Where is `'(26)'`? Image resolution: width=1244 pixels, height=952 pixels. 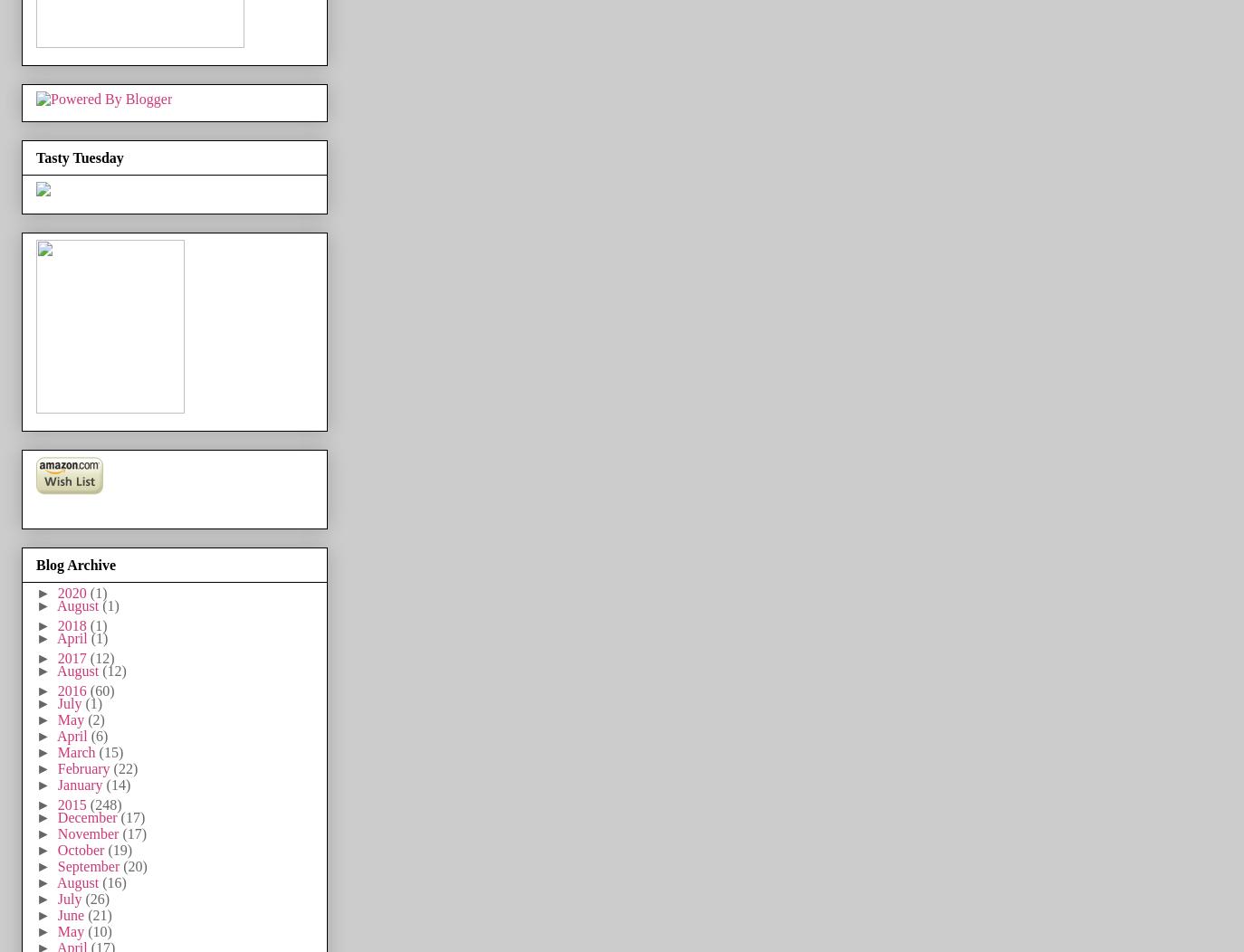
'(26)' is located at coordinates (96, 898).